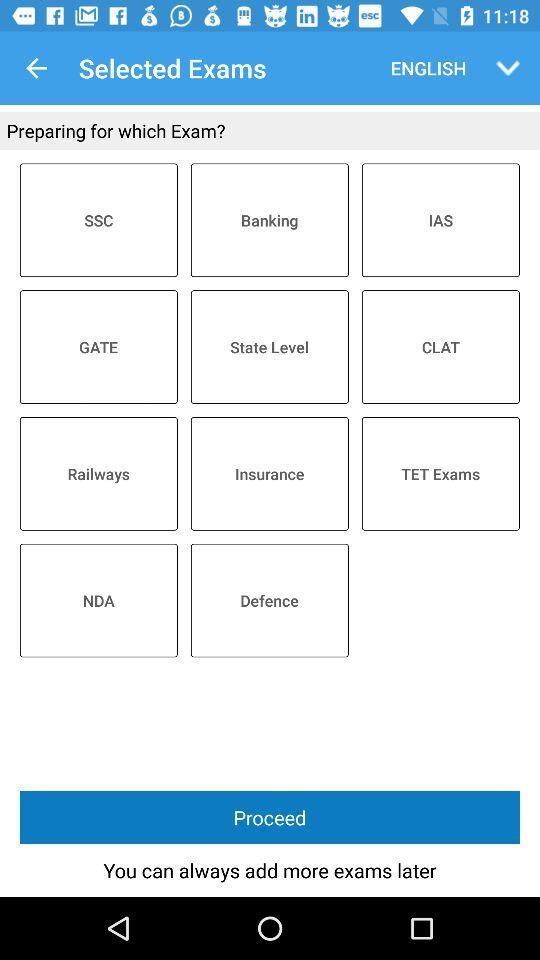  I want to click on item above you can always item, so click(270, 817).